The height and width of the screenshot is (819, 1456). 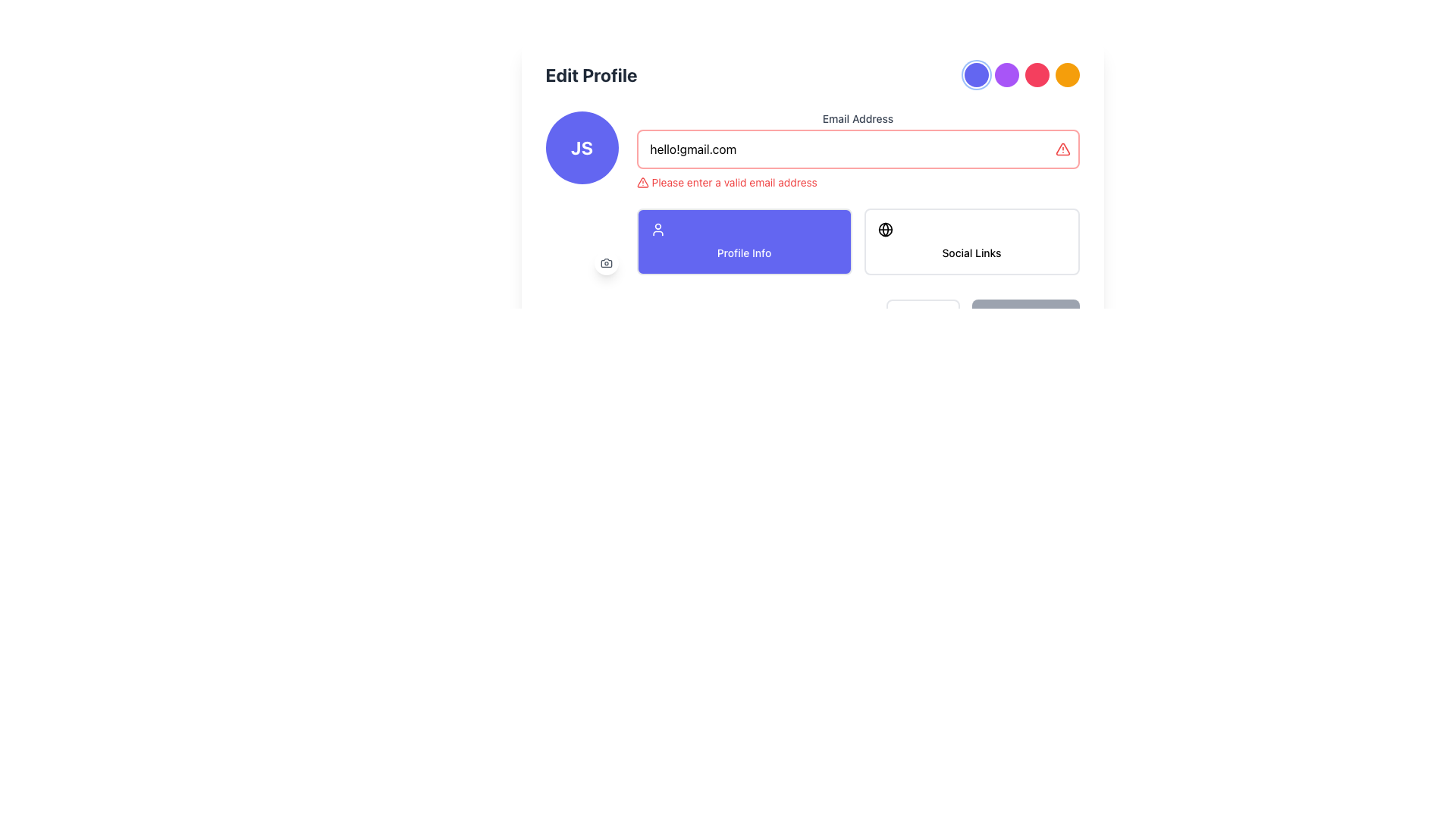 What do you see at coordinates (1021, 75) in the screenshot?
I see `the second colored icon located in the top-right area of the interface, which is aligned horizontally to the right of the 'Edit Profile' heading` at bounding box center [1021, 75].